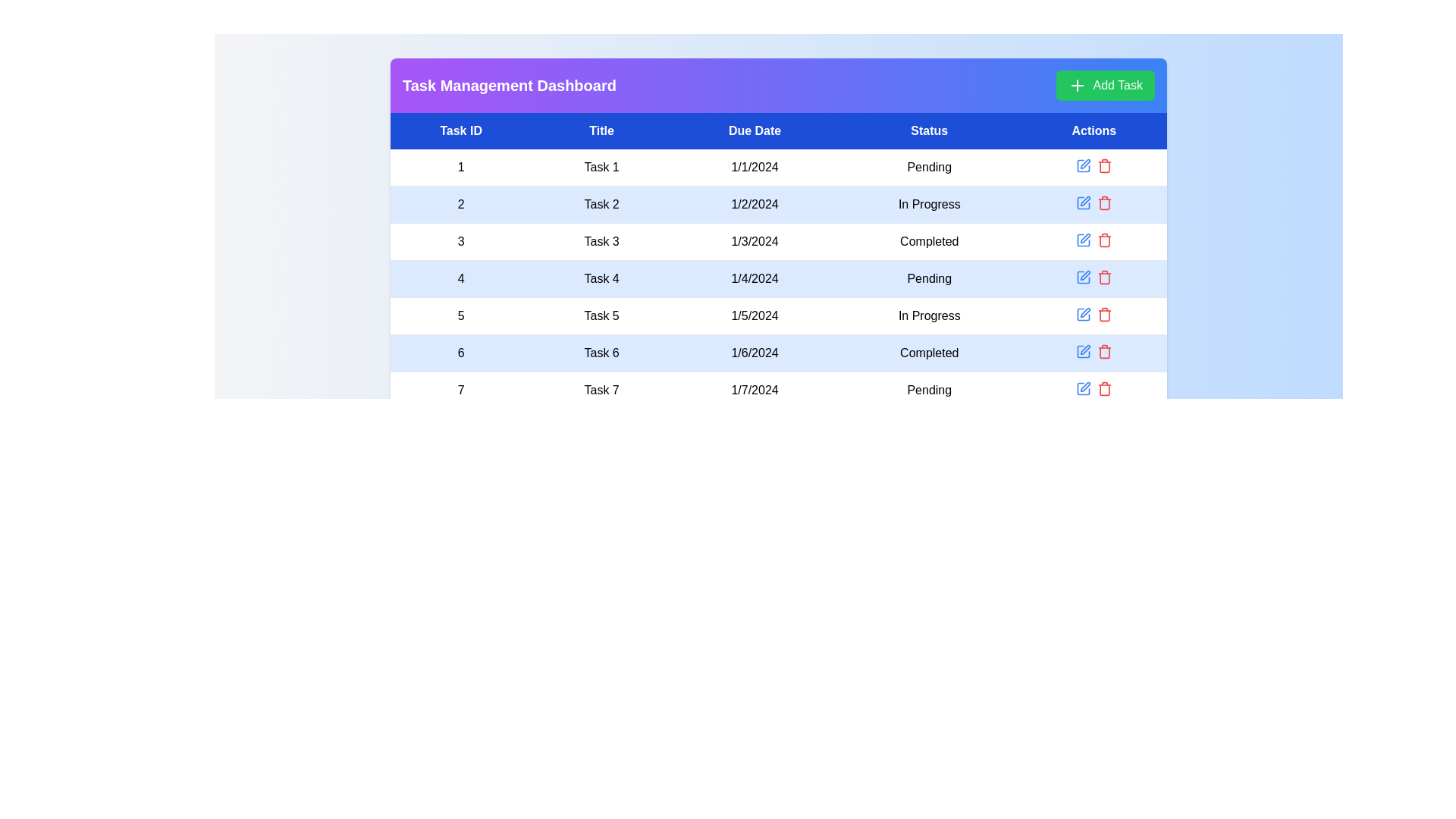 The width and height of the screenshot is (1456, 819). I want to click on delete icon for the task with ID 2, so click(1104, 202).